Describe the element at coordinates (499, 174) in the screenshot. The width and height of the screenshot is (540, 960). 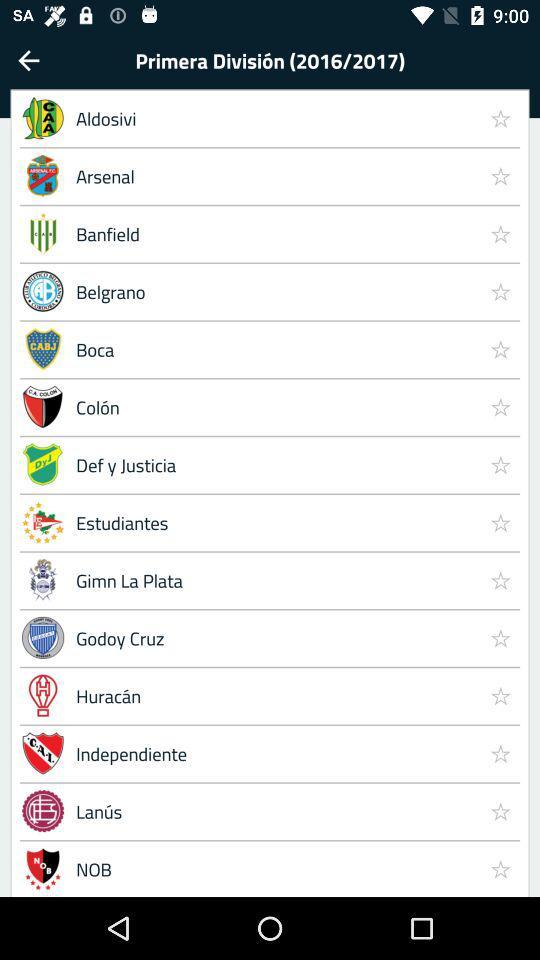
I see `the icon next to aldosivi` at that location.